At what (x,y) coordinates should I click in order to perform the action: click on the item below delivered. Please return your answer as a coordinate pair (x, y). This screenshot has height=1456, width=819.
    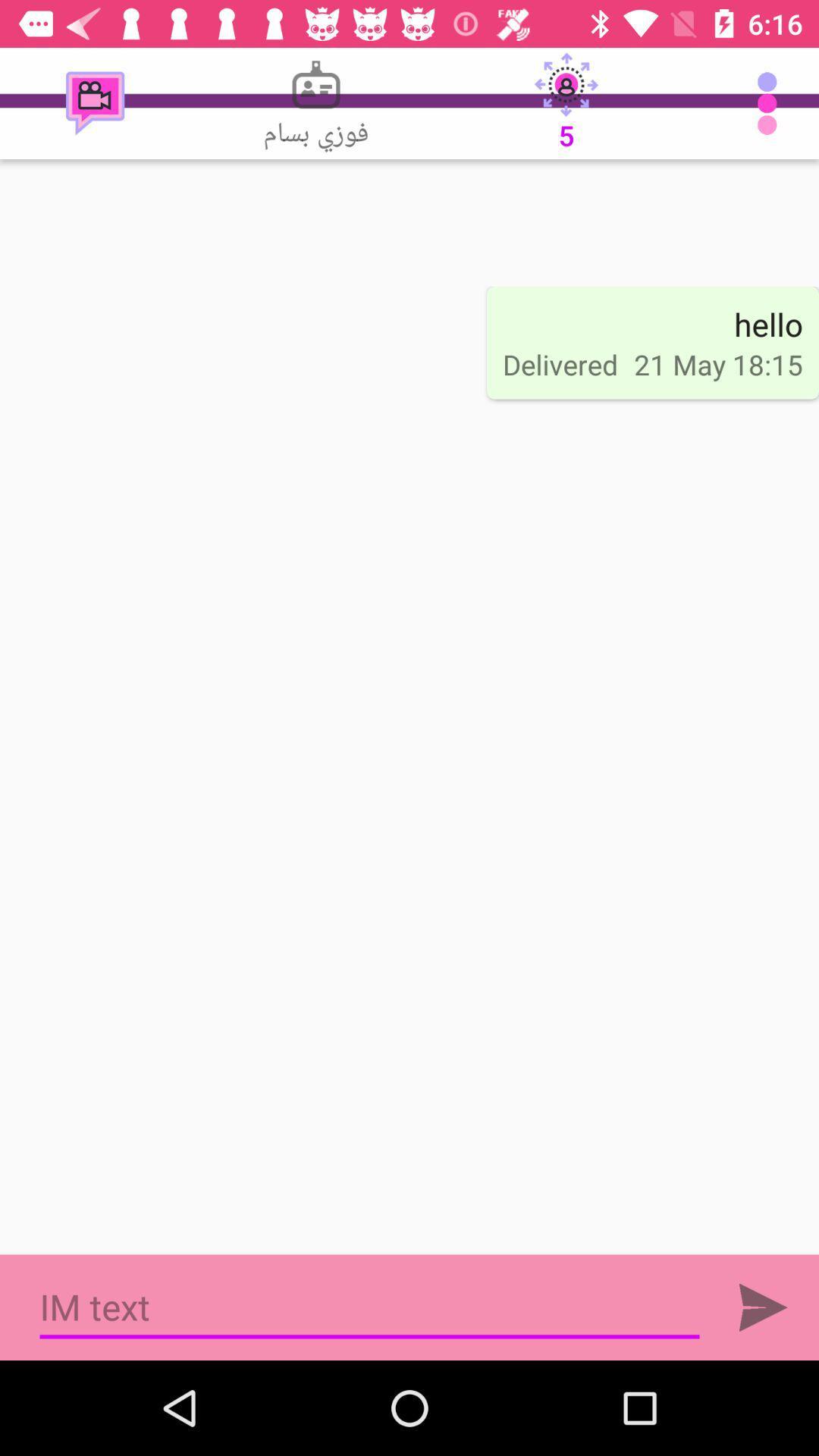
    Looking at the image, I should click on (369, 1307).